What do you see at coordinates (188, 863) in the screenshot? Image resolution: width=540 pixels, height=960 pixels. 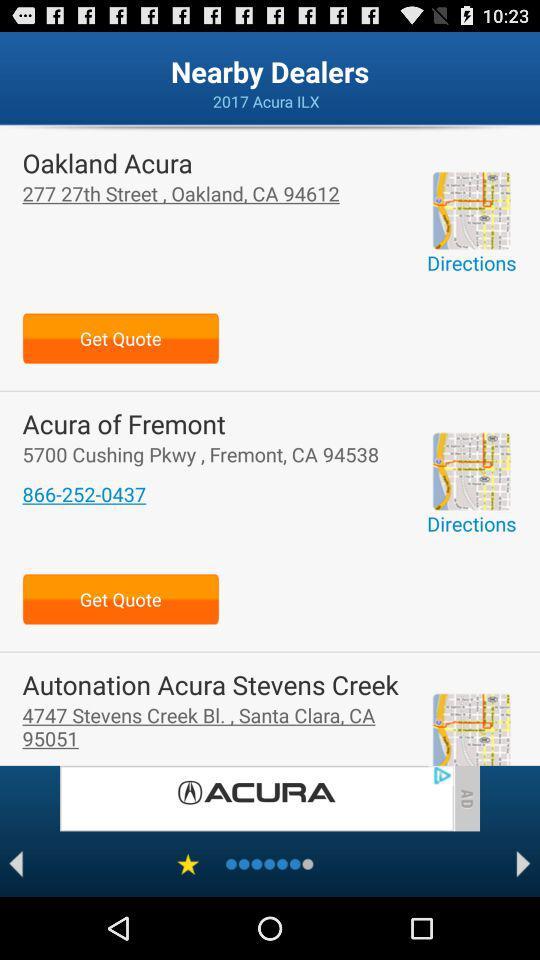 I see `button to put on favorite` at bounding box center [188, 863].